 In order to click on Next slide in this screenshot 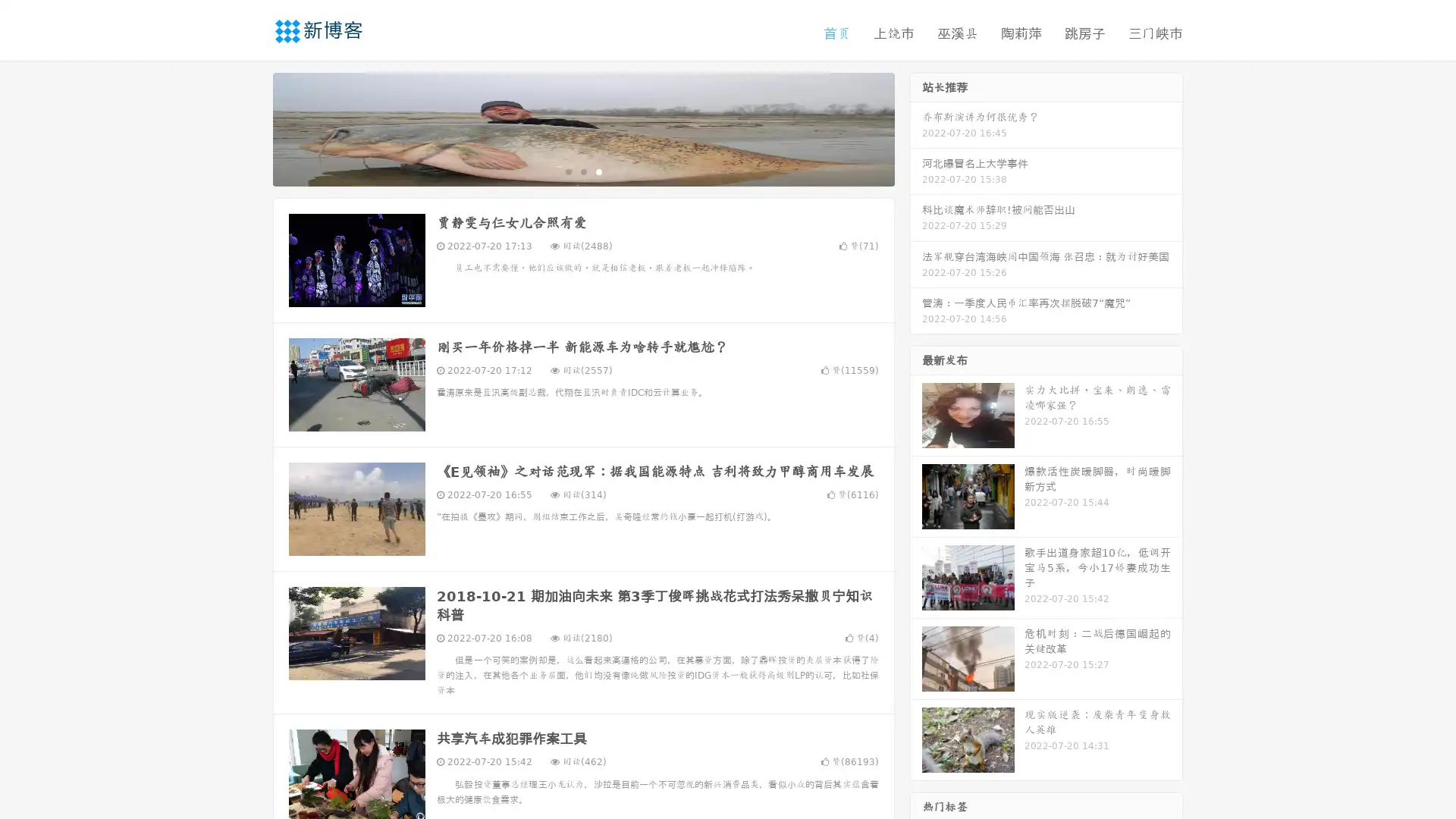, I will do `click(916, 127)`.